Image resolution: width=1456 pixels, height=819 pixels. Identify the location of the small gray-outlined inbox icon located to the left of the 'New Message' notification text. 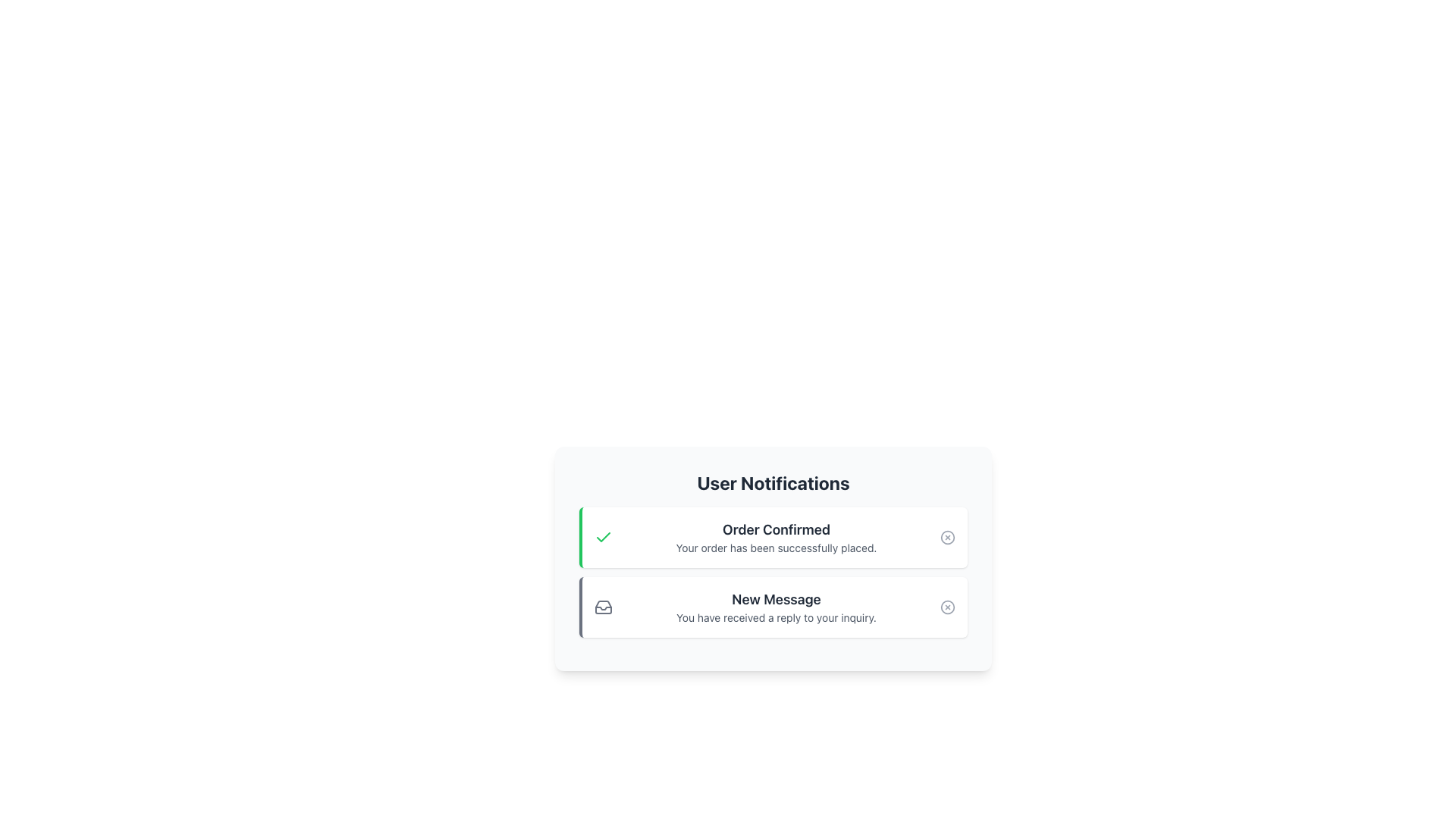
(603, 607).